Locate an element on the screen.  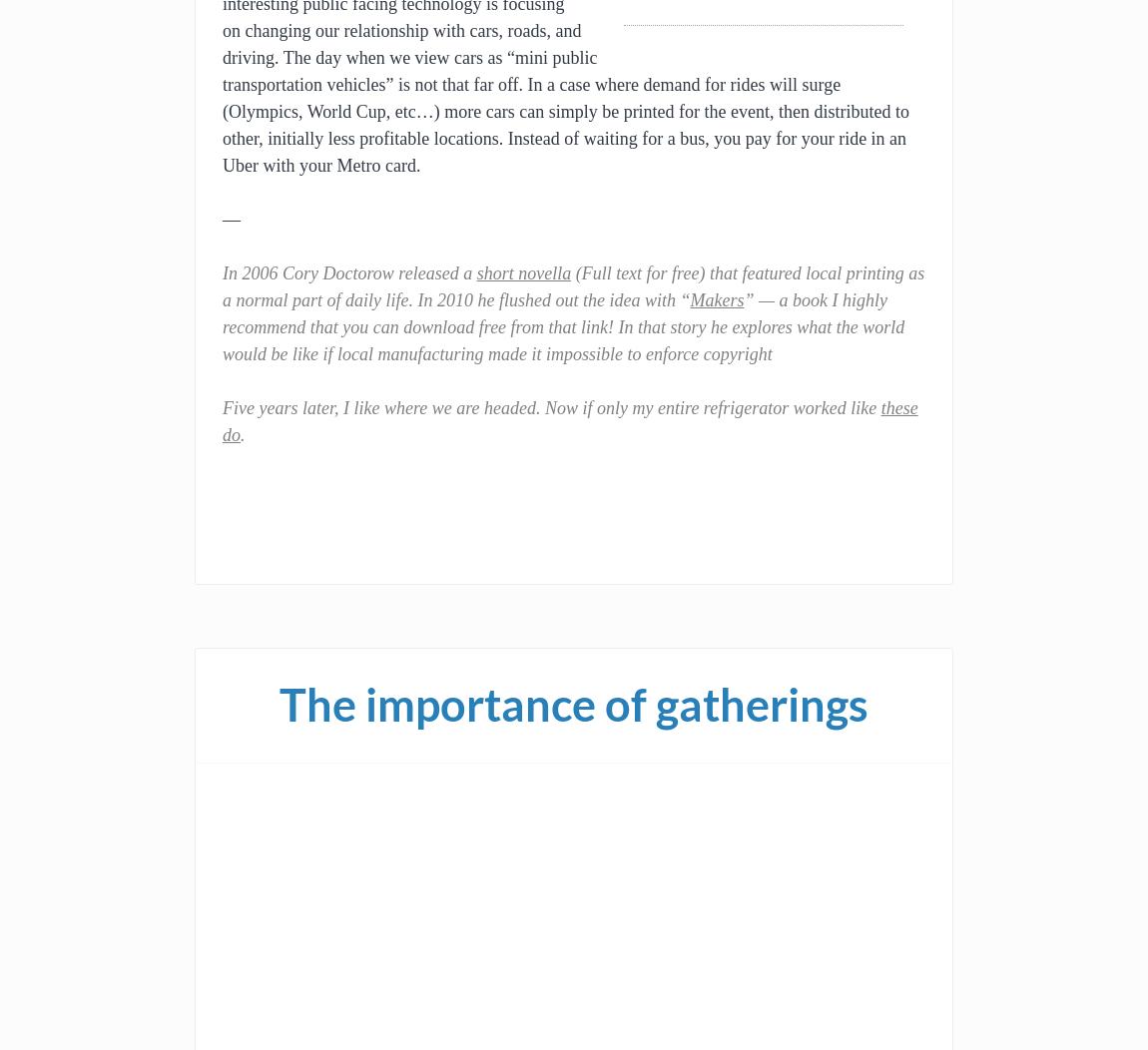
'” — a book I highly recommend that you can download free from that link! In that story he explores what the world would be like if local manufacturing made it impossible to enforce copyright' is located at coordinates (563, 326).